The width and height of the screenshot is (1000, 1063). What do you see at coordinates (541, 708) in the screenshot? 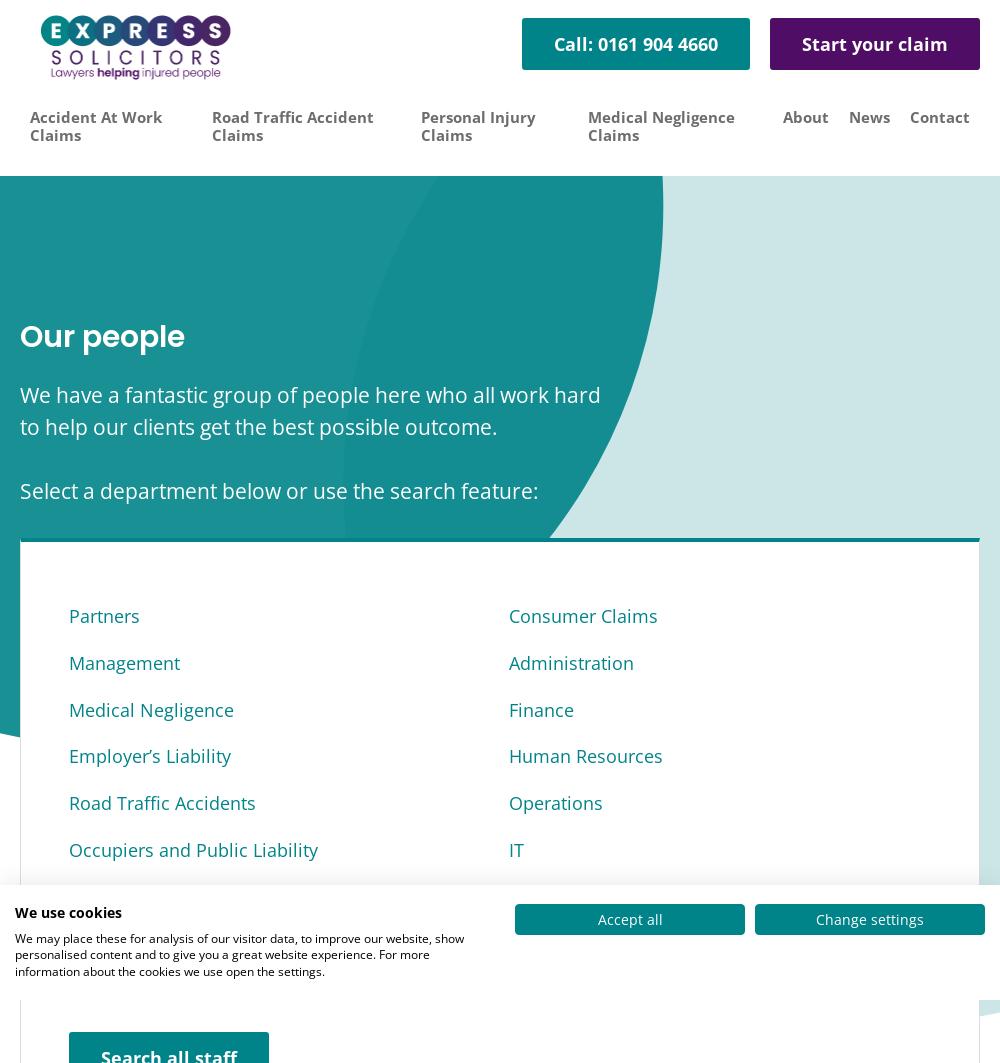
I see `'Finance'` at bounding box center [541, 708].